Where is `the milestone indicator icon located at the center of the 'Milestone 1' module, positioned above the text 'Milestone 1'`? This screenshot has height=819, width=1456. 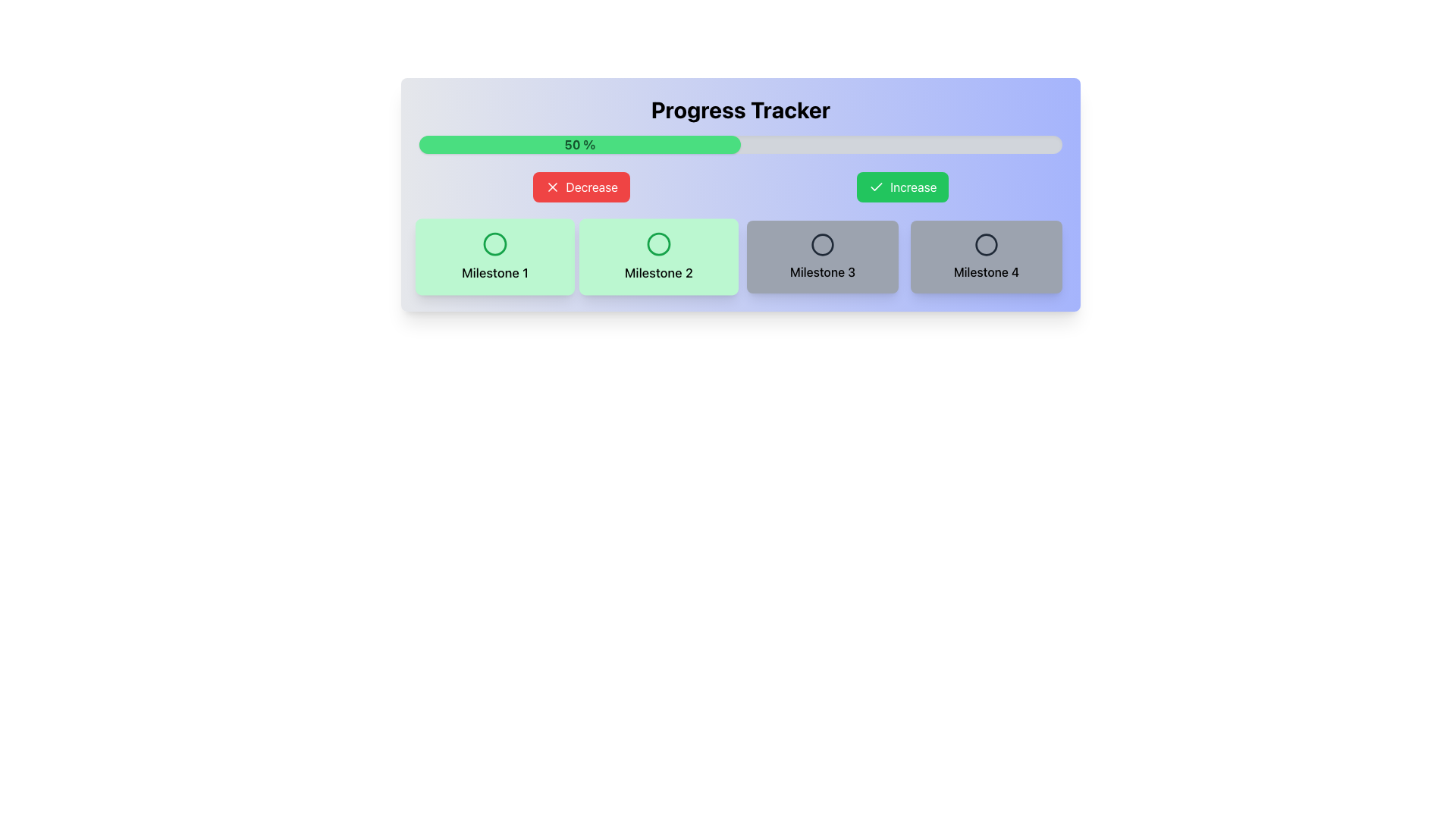
the milestone indicator icon located at the center of the 'Milestone 1' module, positioned above the text 'Milestone 1' is located at coordinates (494, 243).